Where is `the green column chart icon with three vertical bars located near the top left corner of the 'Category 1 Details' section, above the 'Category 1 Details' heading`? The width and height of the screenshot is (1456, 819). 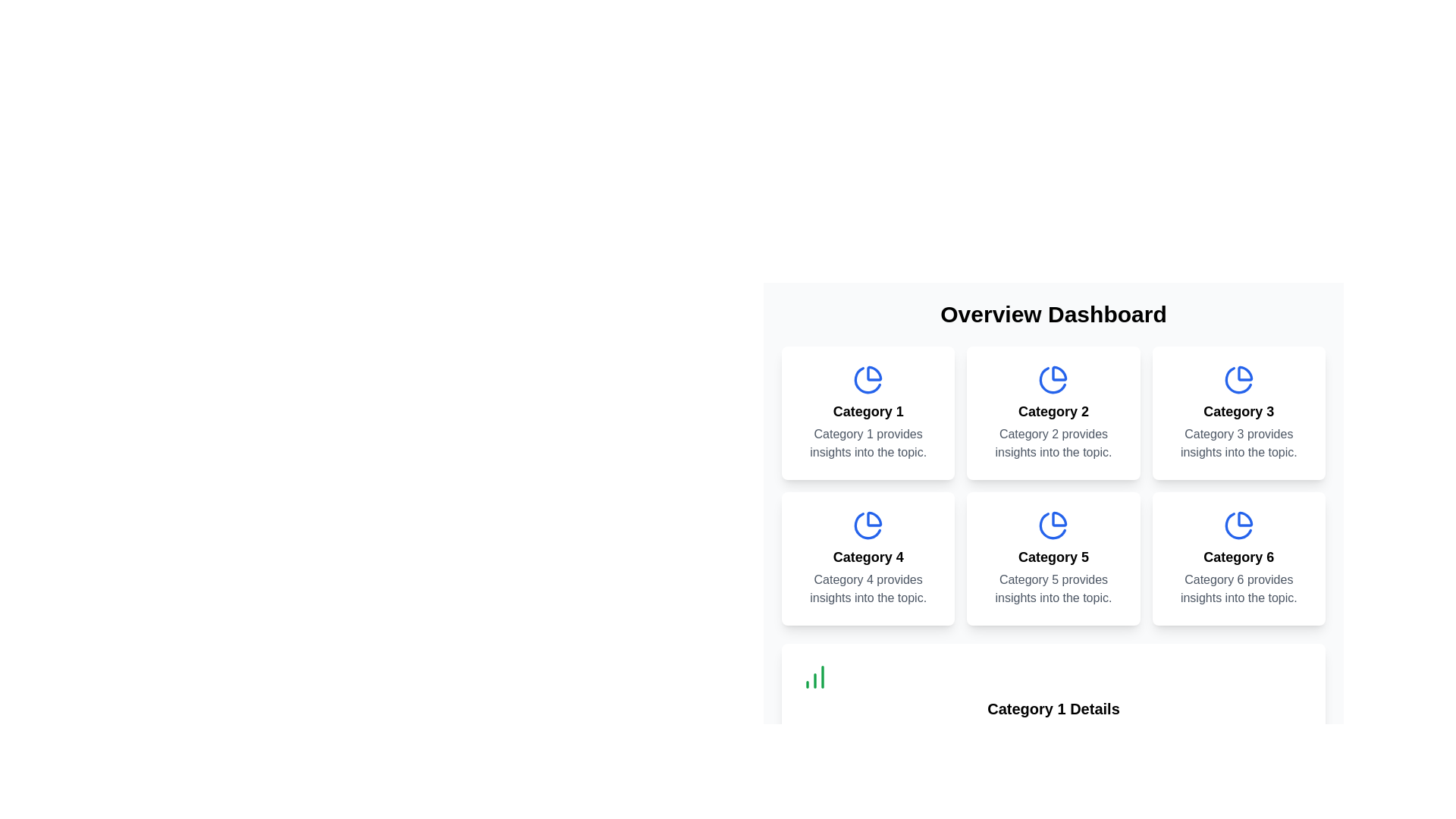 the green column chart icon with three vertical bars located near the top left corner of the 'Category 1 Details' section, above the 'Category 1 Details' heading is located at coordinates (814, 676).